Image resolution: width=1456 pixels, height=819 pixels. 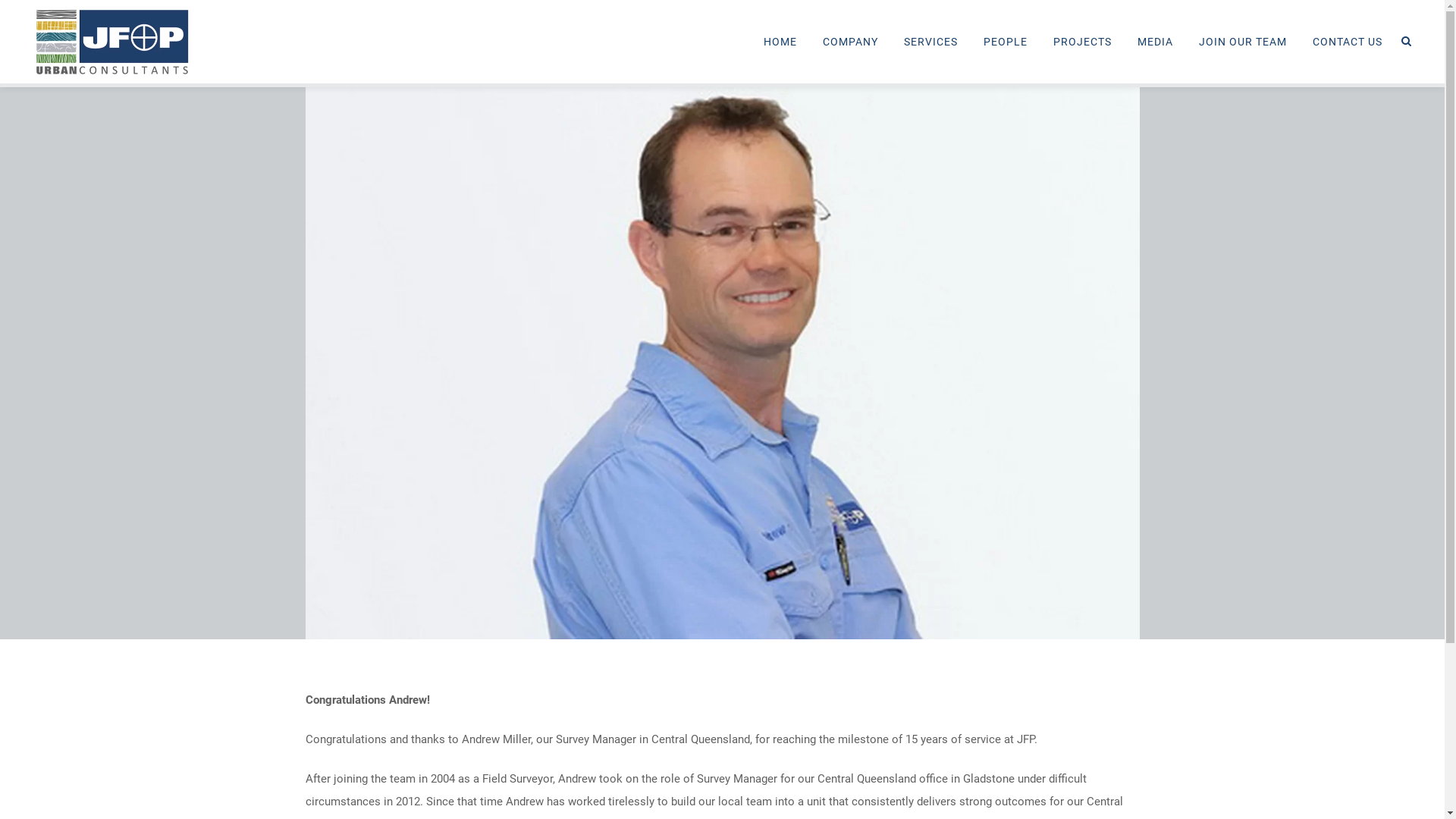 What do you see at coordinates (1347, 40) in the screenshot?
I see `'CONTACT US'` at bounding box center [1347, 40].